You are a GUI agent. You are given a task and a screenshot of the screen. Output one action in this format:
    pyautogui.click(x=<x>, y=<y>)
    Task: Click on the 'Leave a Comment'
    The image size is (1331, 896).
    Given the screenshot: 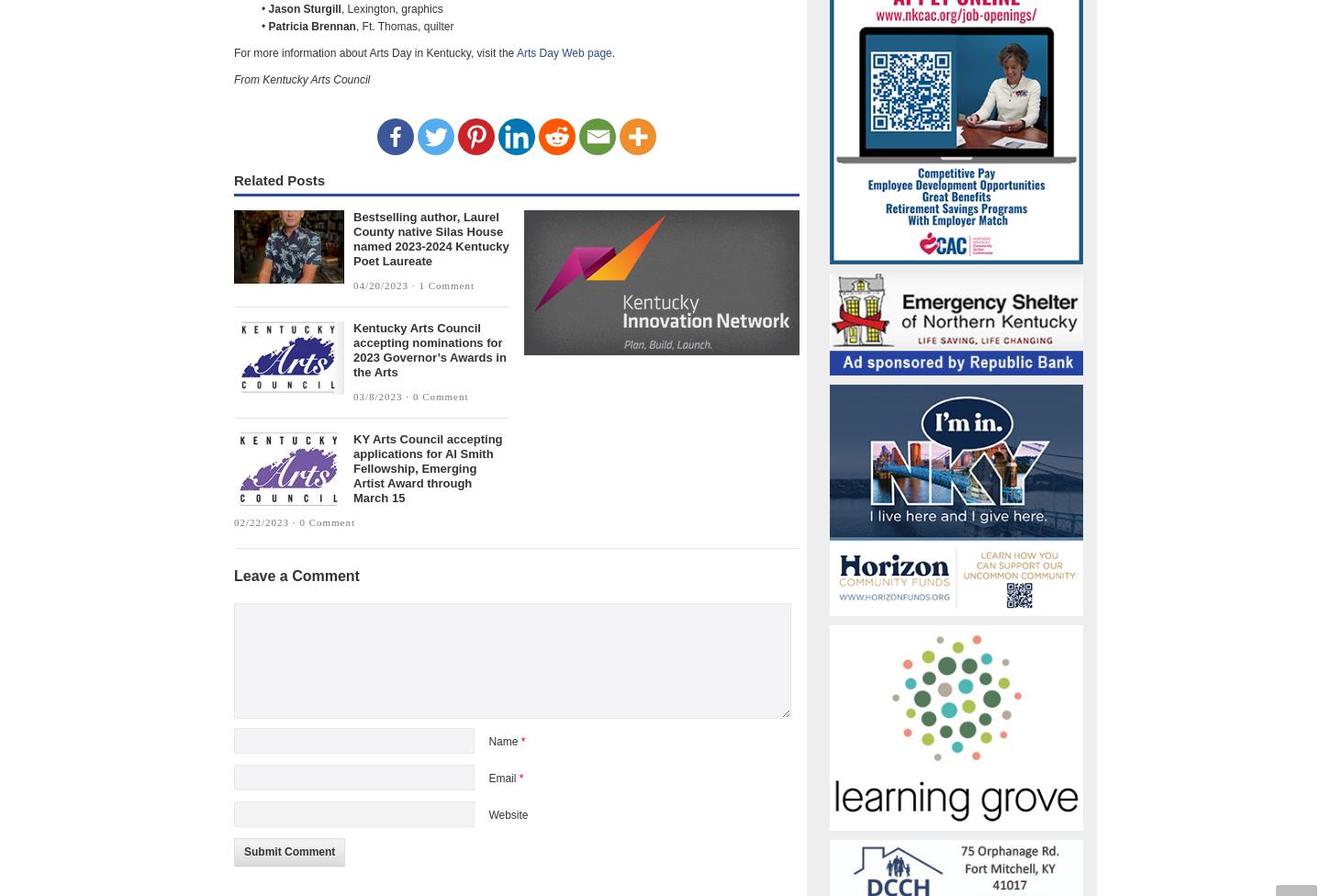 What is the action you would take?
    pyautogui.click(x=296, y=575)
    